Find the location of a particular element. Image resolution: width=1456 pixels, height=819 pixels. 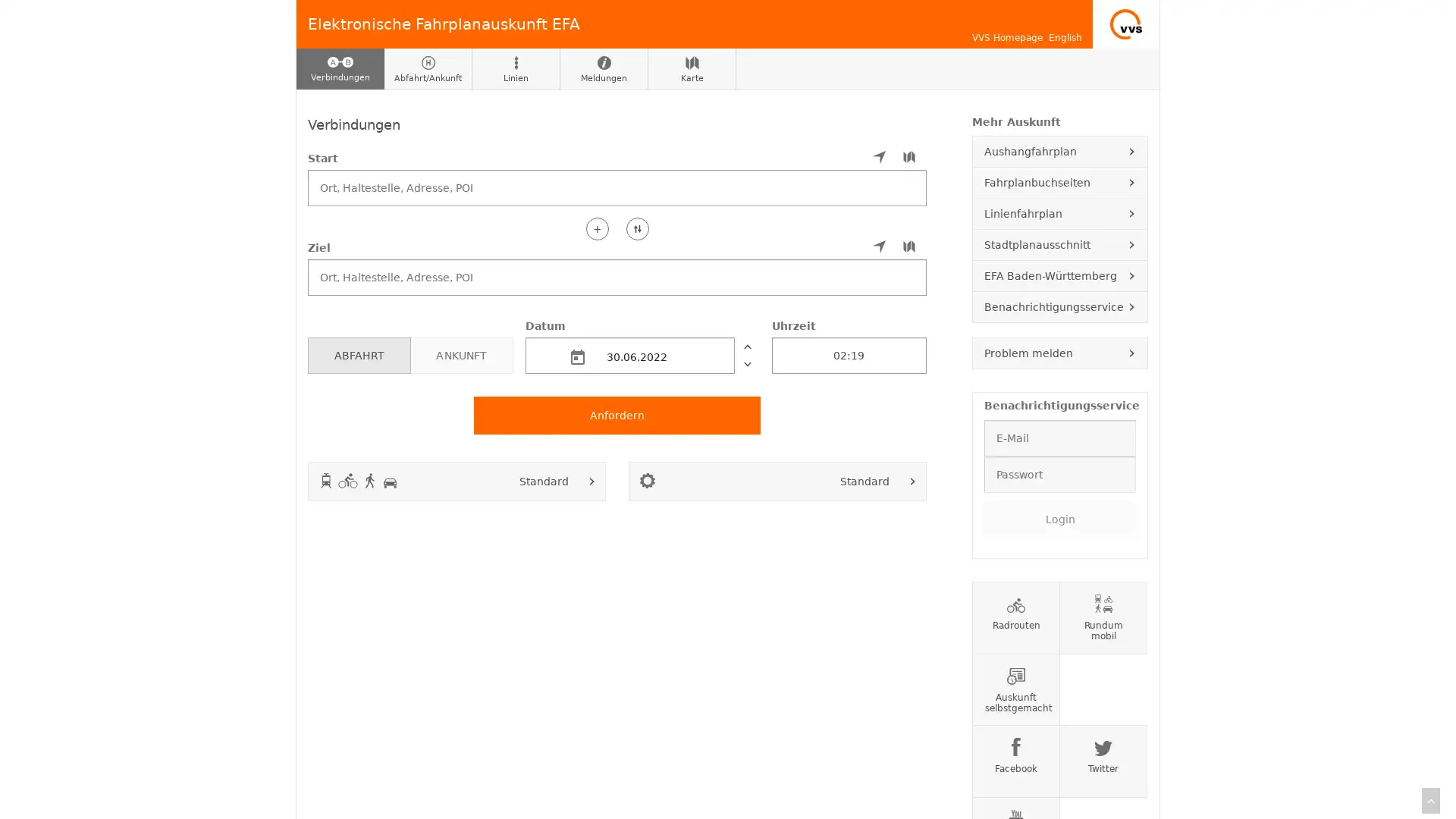

md-calendar is located at coordinates (577, 356).